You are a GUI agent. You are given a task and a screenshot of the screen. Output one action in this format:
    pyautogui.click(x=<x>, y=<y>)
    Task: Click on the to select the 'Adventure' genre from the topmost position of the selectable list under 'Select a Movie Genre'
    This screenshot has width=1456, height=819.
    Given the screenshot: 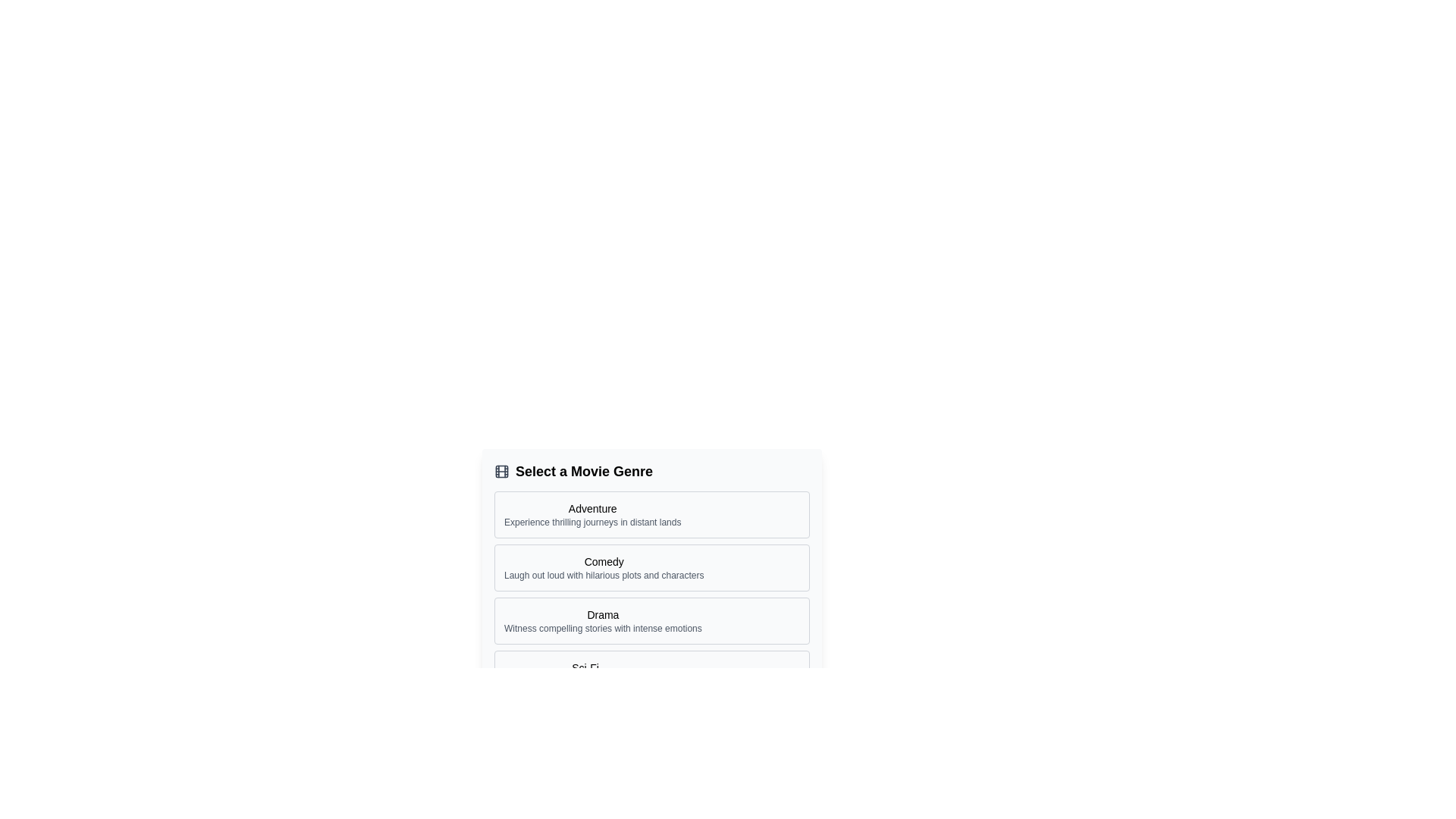 What is the action you would take?
    pyautogui.click(x=651, y=513)
    